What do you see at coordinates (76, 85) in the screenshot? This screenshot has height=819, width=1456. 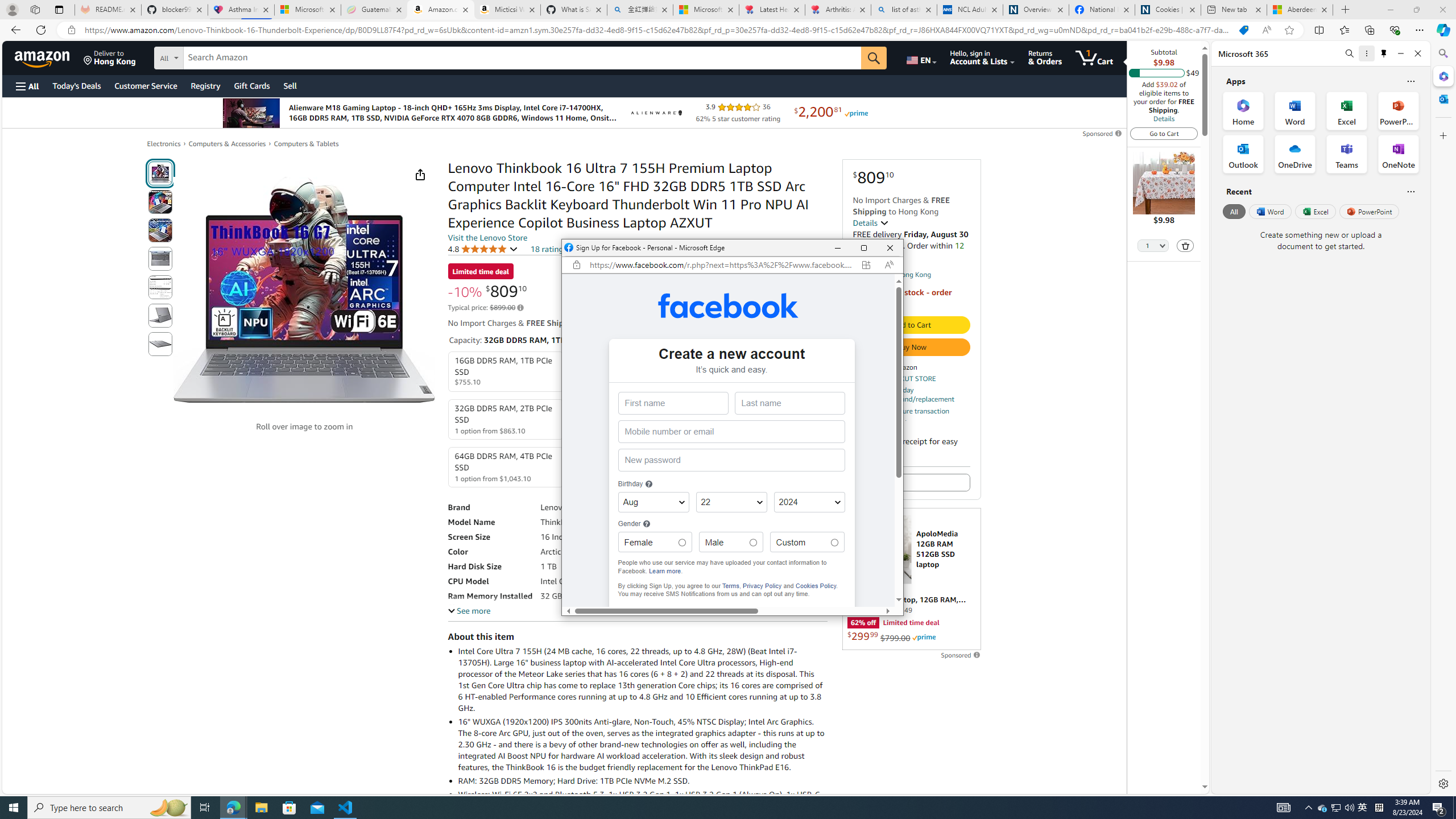 I see `'Today'` at bounding box center [76, 85].